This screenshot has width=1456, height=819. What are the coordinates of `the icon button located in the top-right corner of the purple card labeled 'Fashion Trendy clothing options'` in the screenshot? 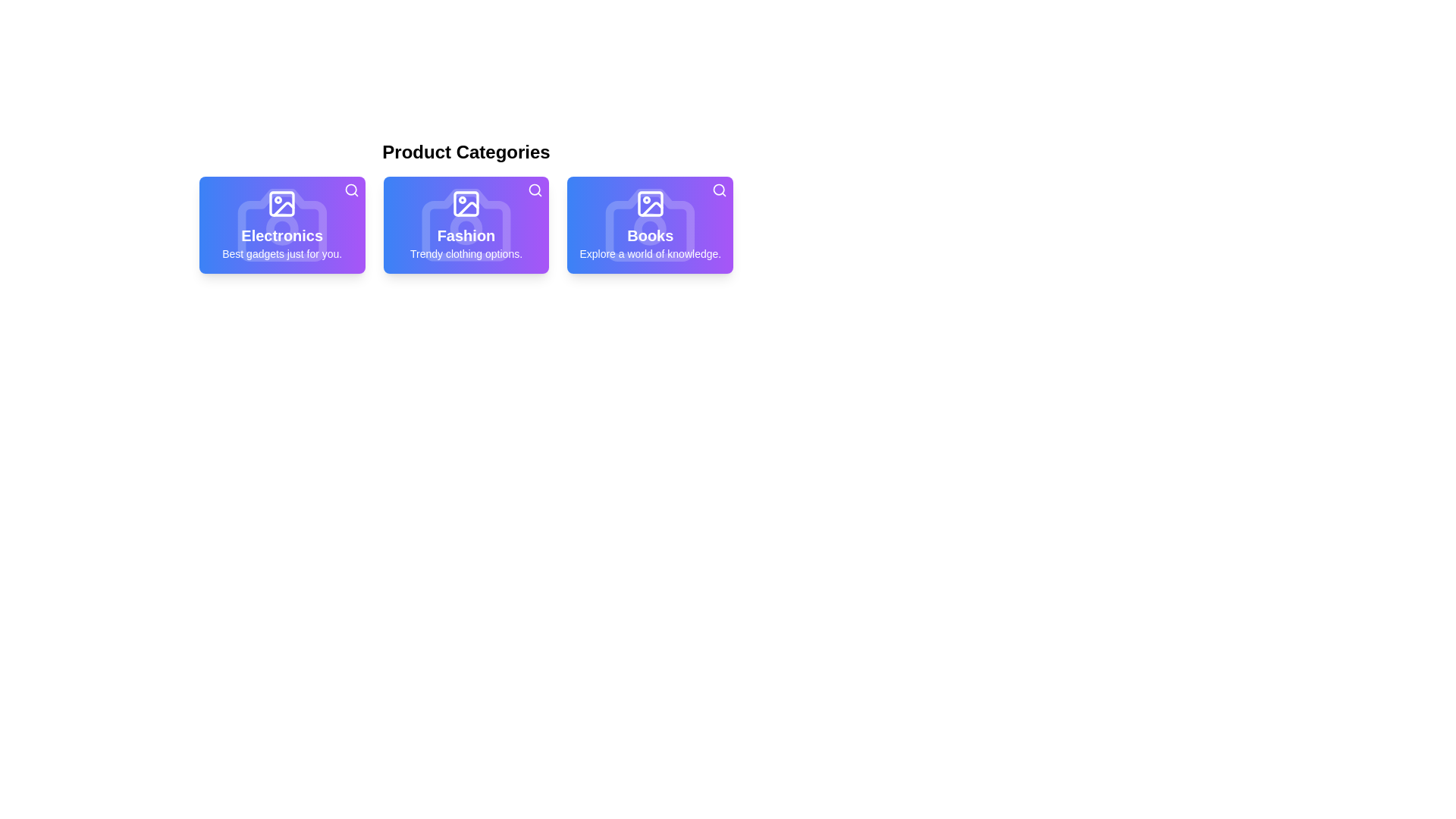 It's located at (535, 189).